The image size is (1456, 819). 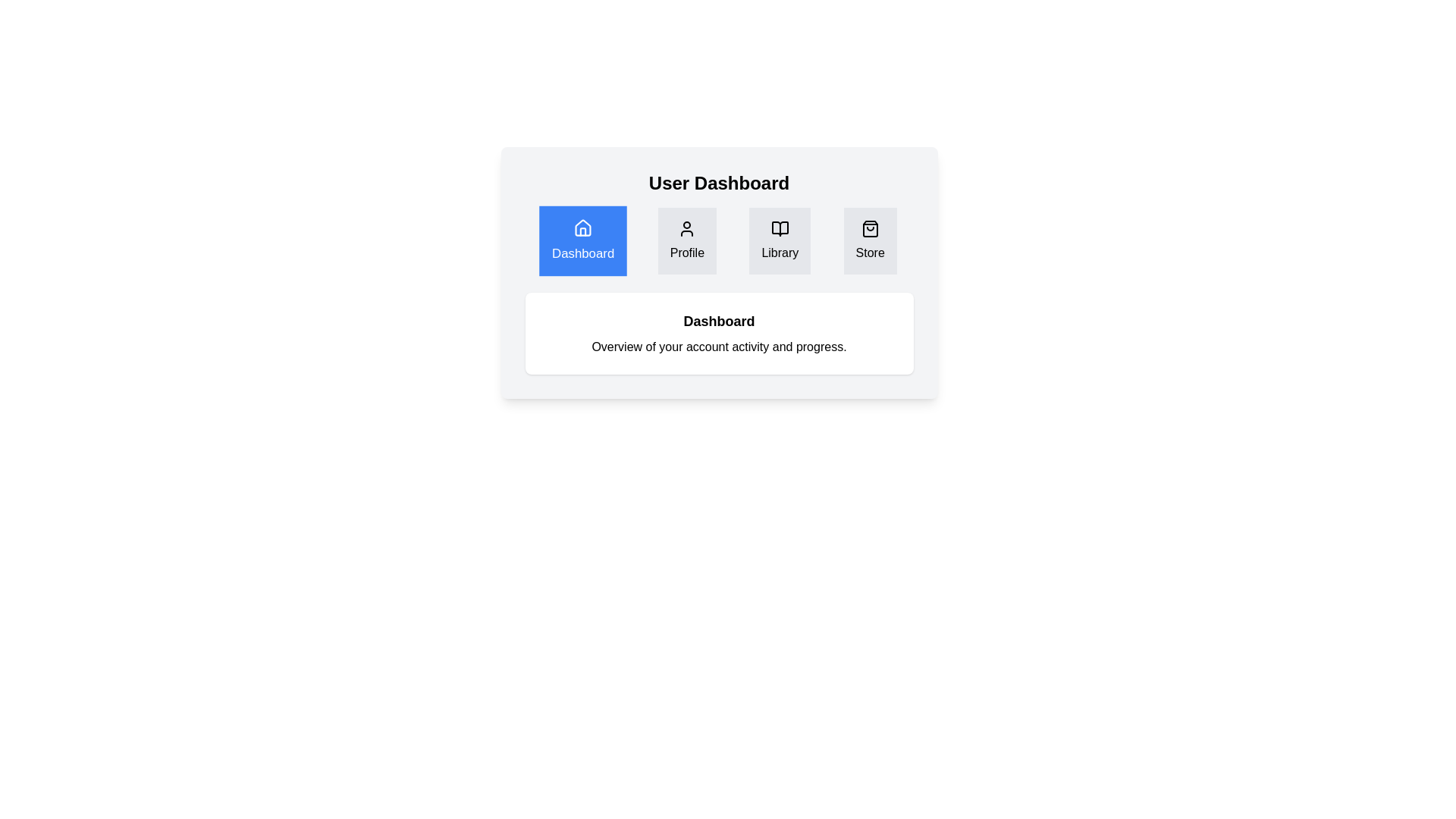 What do you see at coordinates (780, 240) in the screenshot?
I see `the tab labeled Library to view its content` at bounding box center [780, 240].